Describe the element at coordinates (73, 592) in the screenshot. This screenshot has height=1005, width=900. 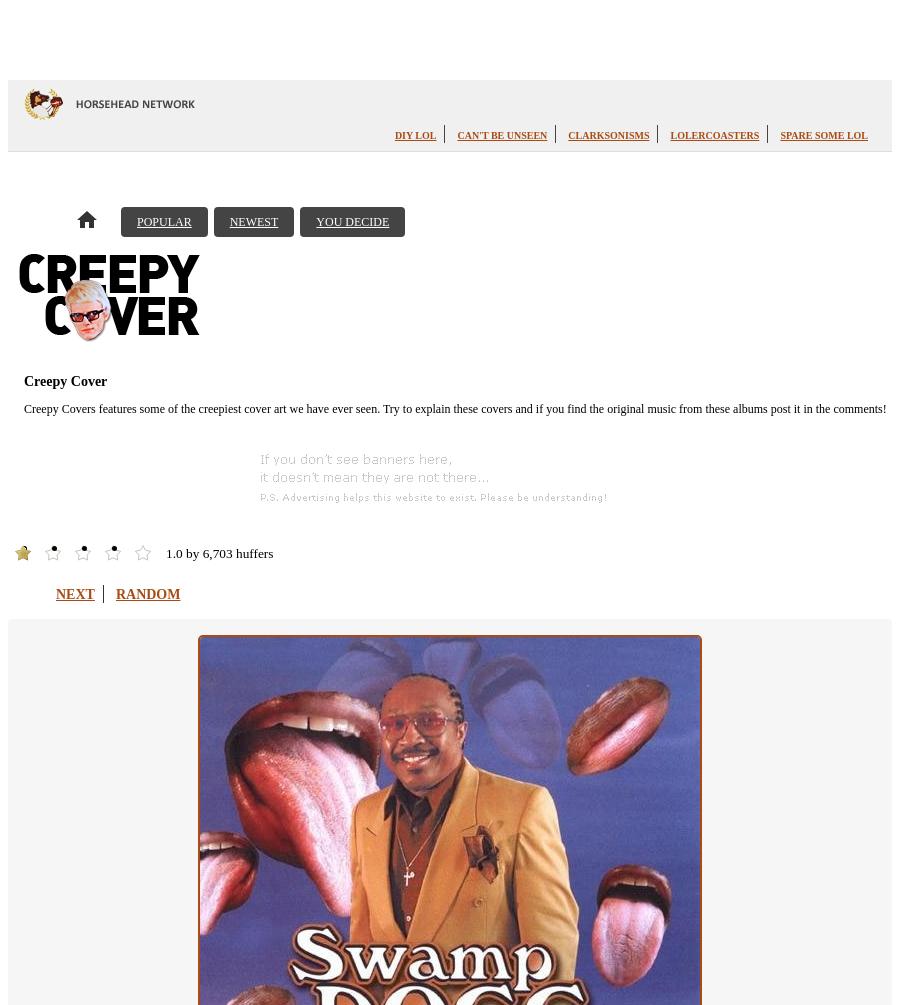
I see `'Next'` at that location.